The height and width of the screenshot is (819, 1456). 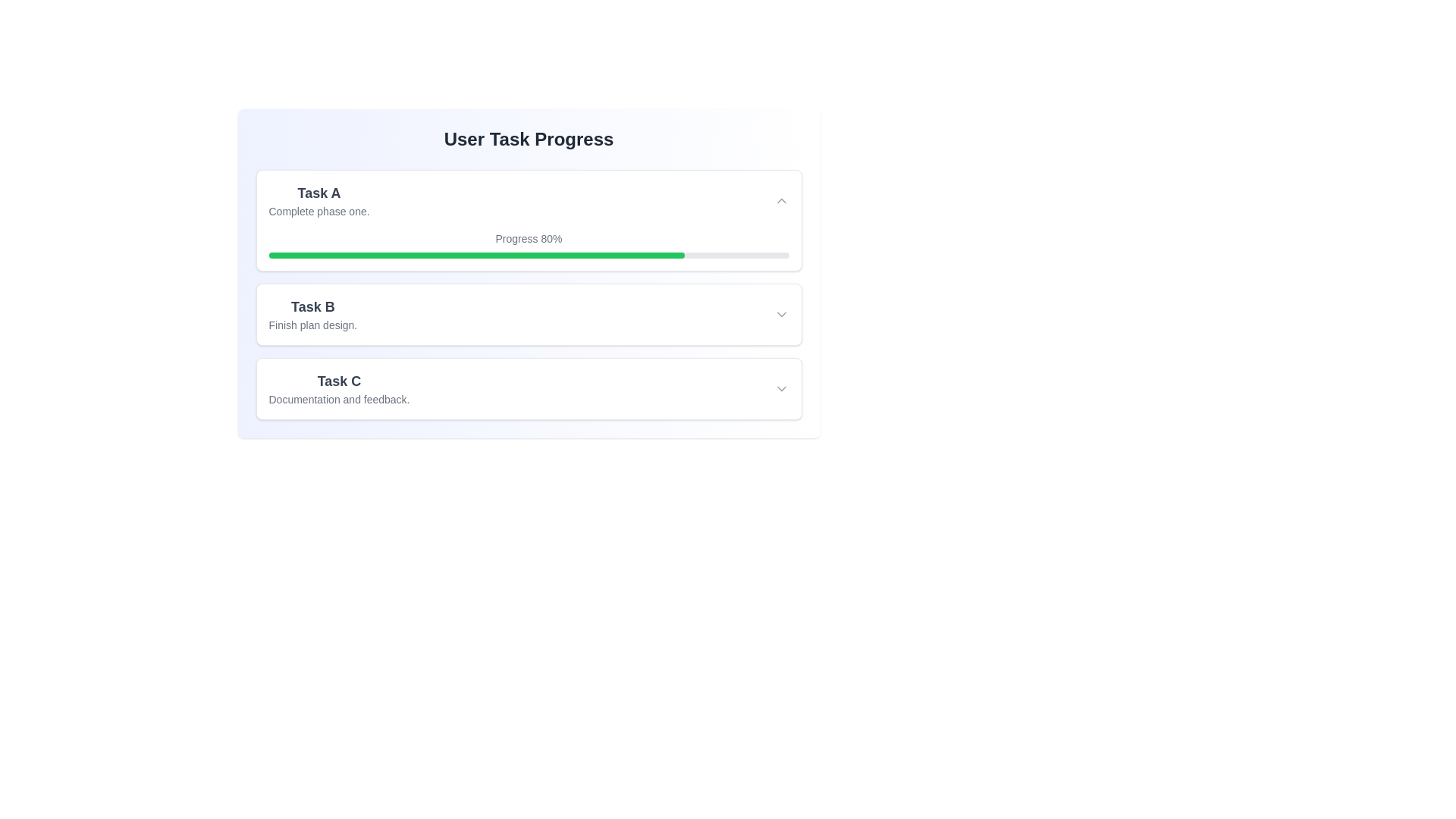 I want to click on the Progress bar displaying 'Progress 80%' that indicates 80% completion, which is located in the 'Task A' section below 'Complete phase one.', so click(x=529, y=244).